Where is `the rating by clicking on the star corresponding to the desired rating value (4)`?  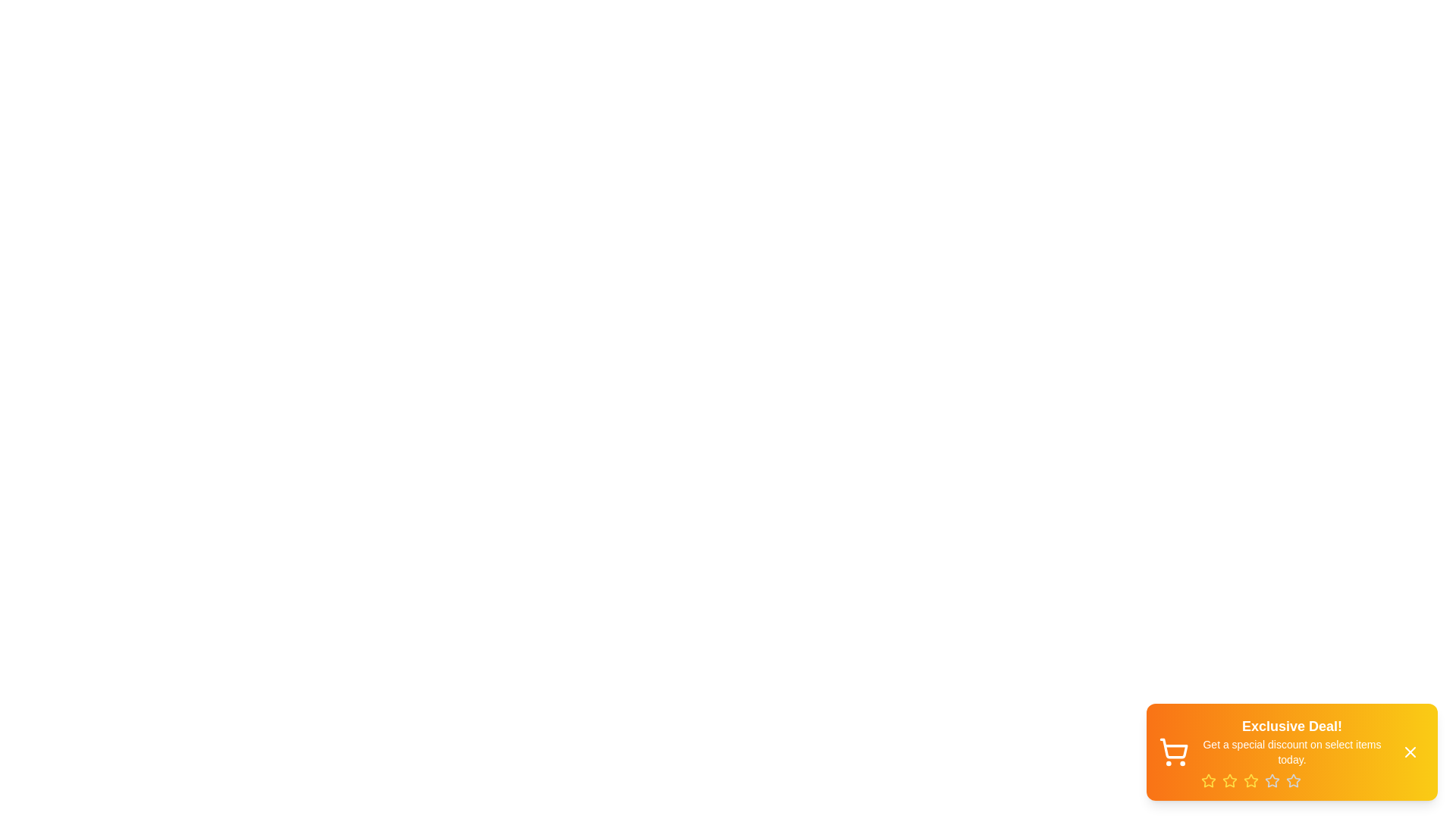
the rating by clicking on the star corresponding to the desired rating value (4) is located at coordinates (1272, 780).